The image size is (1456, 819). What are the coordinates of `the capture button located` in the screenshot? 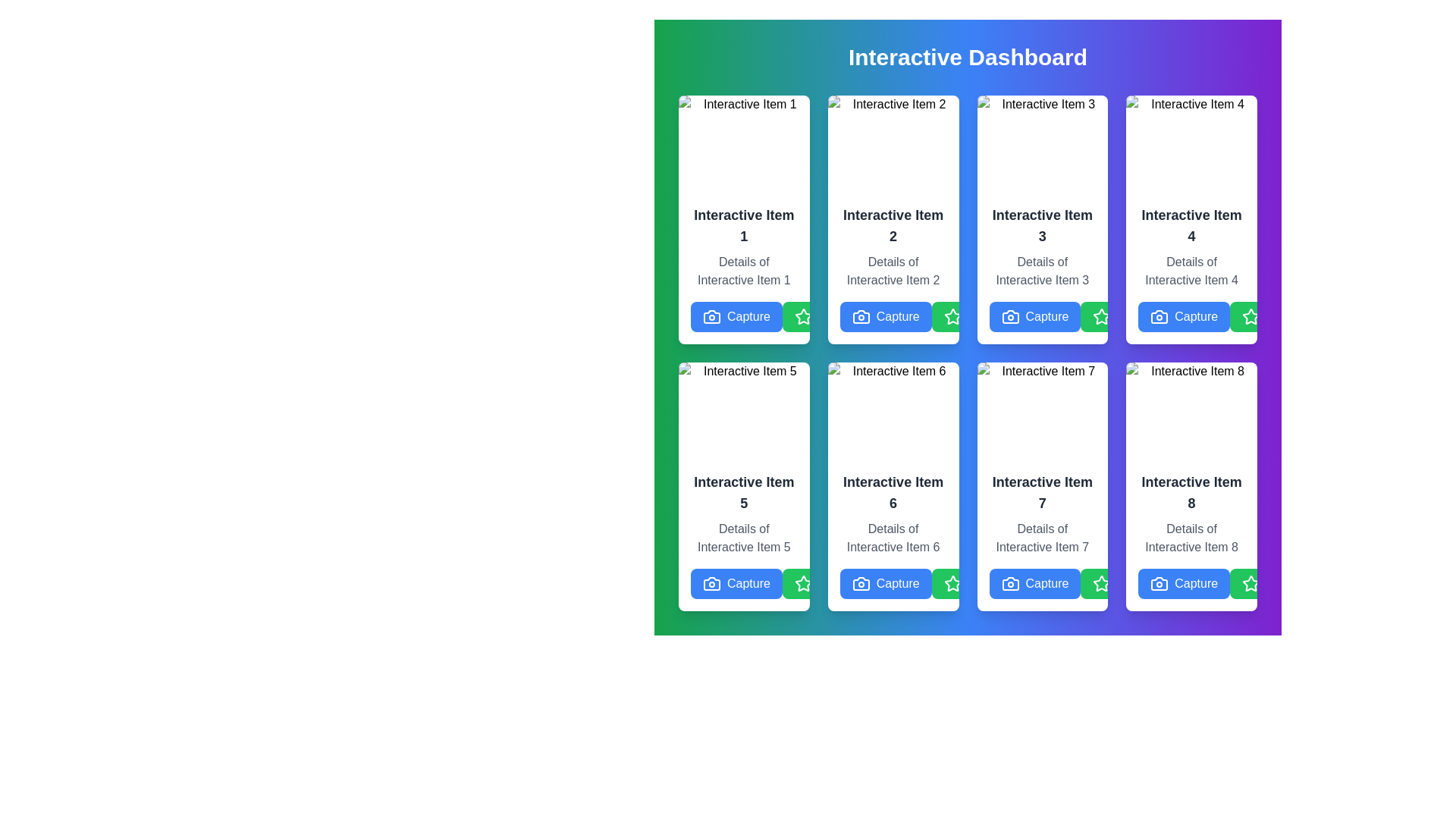 It's located at (1034, 315).